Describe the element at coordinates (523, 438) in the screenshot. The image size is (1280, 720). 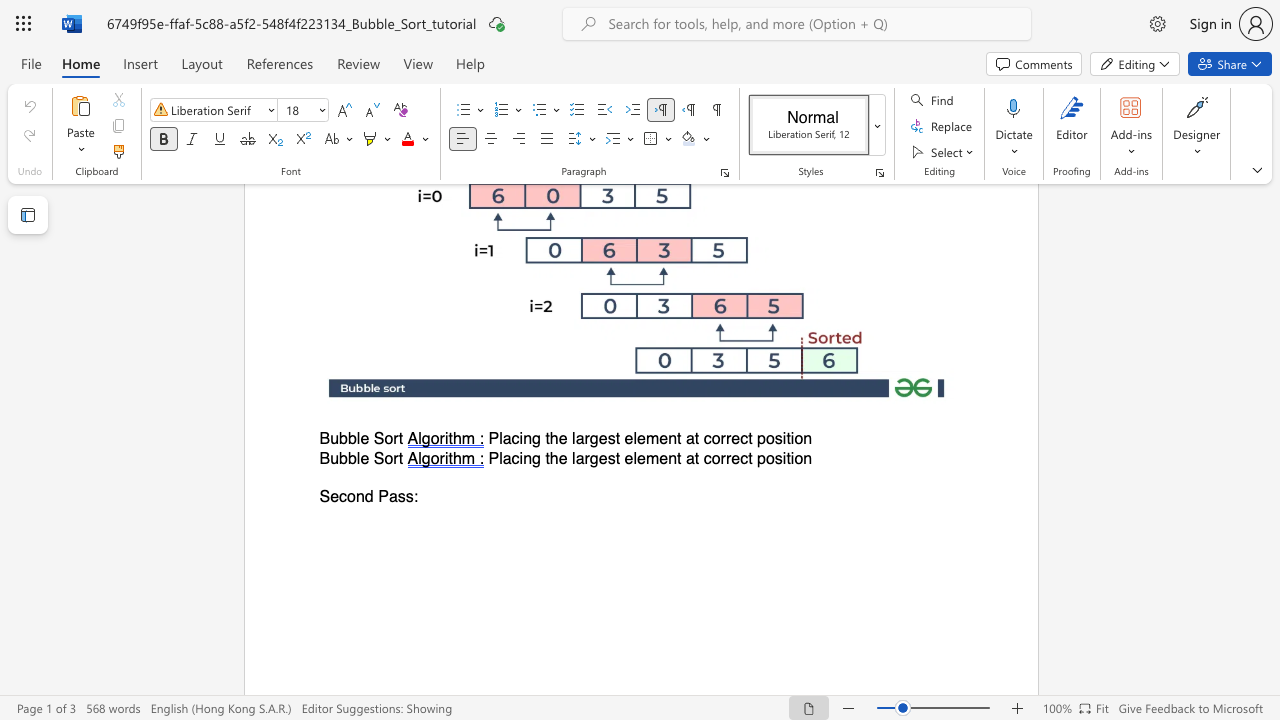
I see `the subset text "ng t" within the text "Placing the largest element at correct position"` at that location.